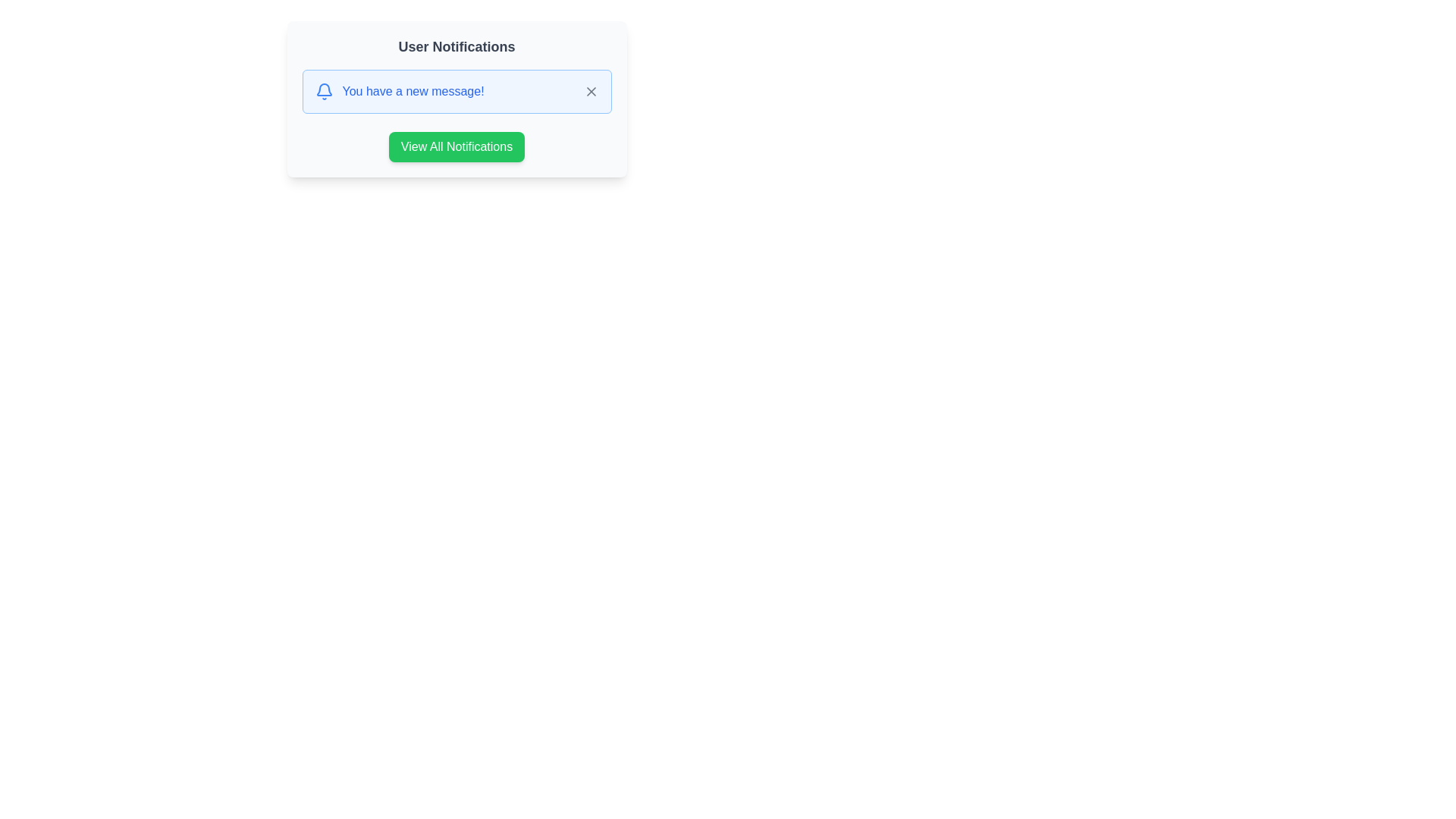  I want to click on the cross-shaped SVG icon located inside the User Notifications panel, so click(590, 91).